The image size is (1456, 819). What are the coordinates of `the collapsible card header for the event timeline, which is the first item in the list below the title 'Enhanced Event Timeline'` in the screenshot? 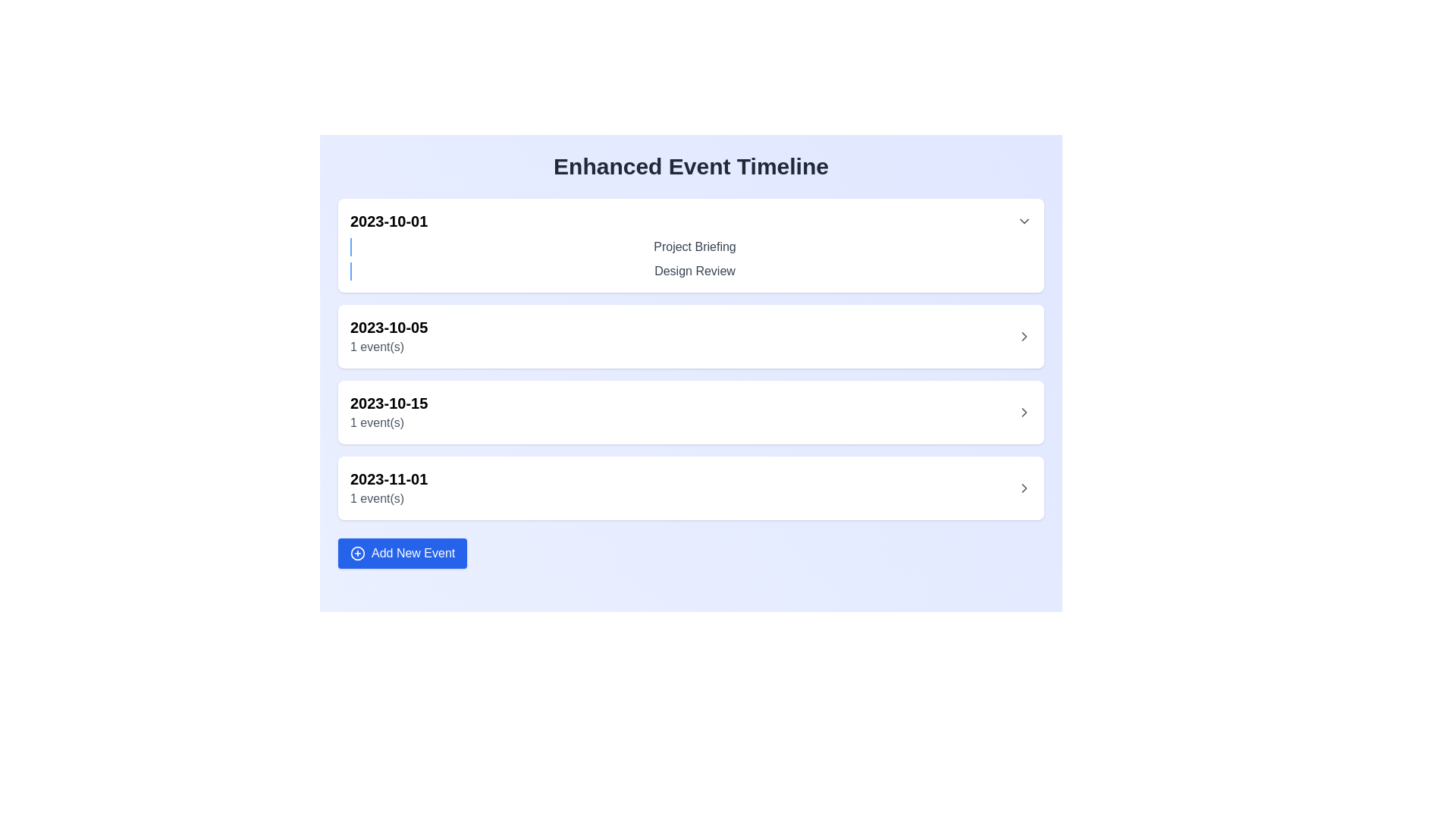 It's located at (690, 245).